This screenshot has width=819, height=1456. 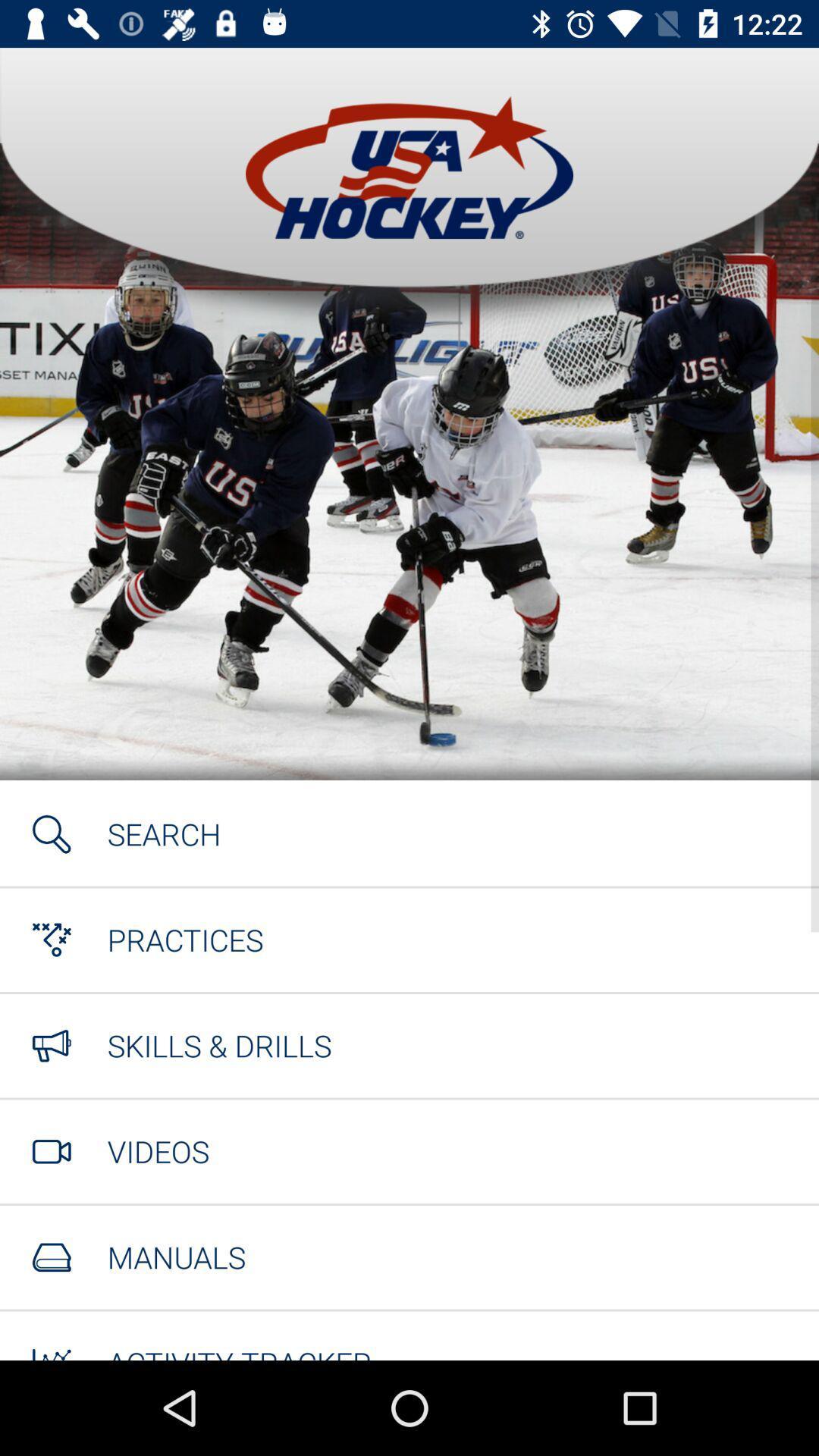 What do you see at coordinates (164, 833) in the screenshot?
I see `the search item` at bounding box center [164, 833].